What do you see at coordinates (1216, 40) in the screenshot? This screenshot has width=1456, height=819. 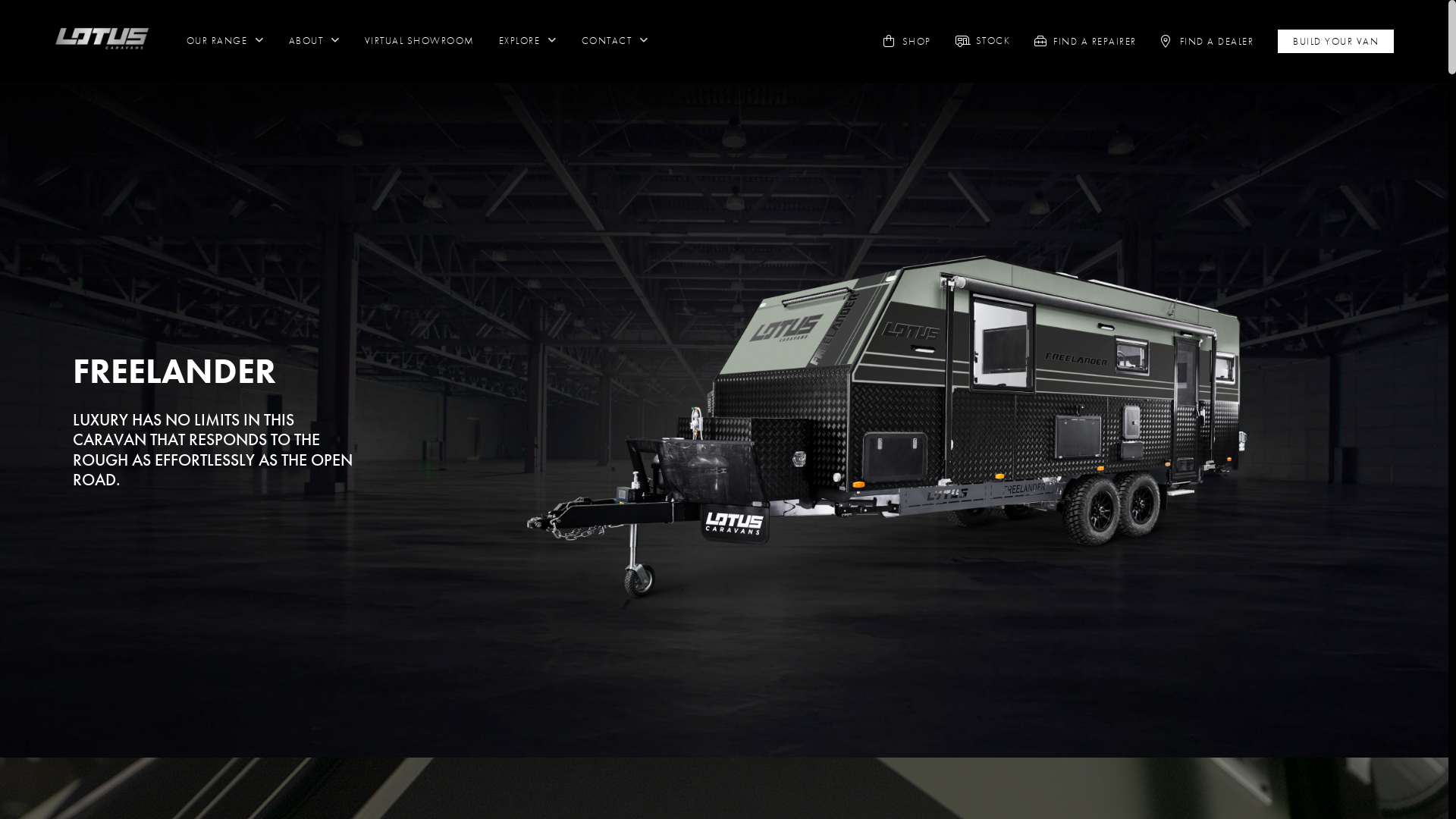 I see `'FIND A DEALER'` at bounding box center [1216, 40].